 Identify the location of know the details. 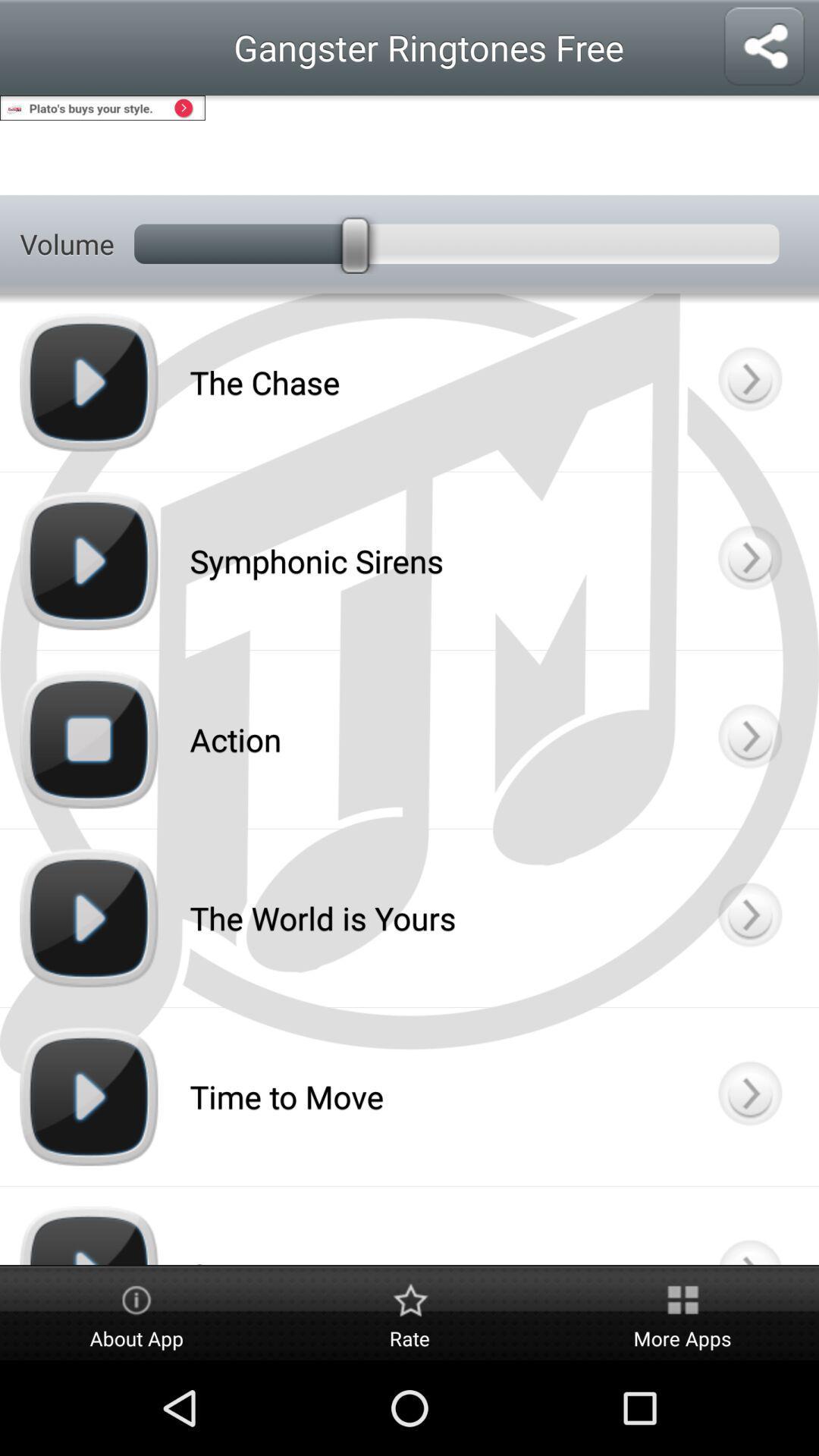
(748, 560).